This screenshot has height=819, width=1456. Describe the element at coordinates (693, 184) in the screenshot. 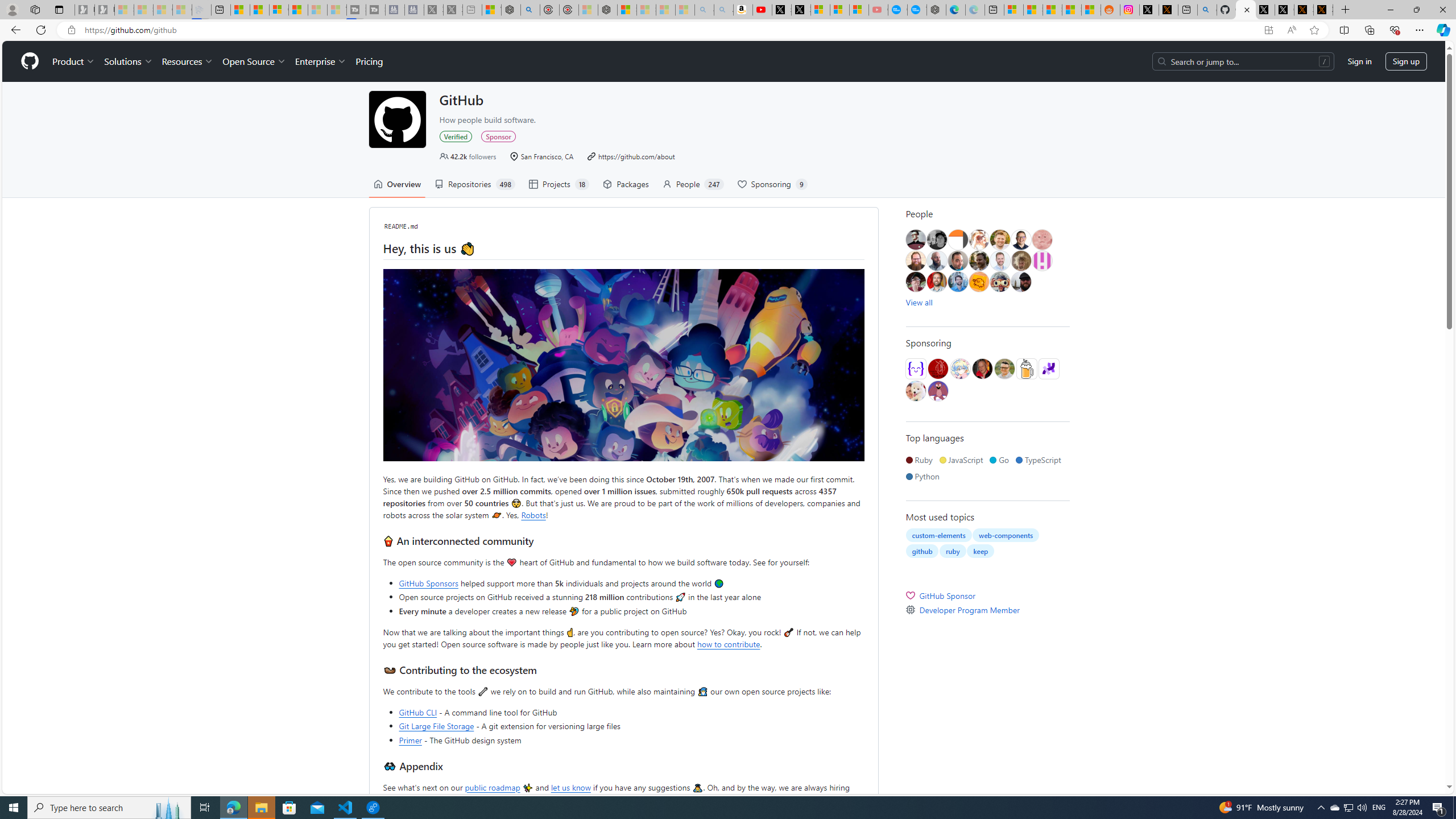

I see `'People 247'` at that location.